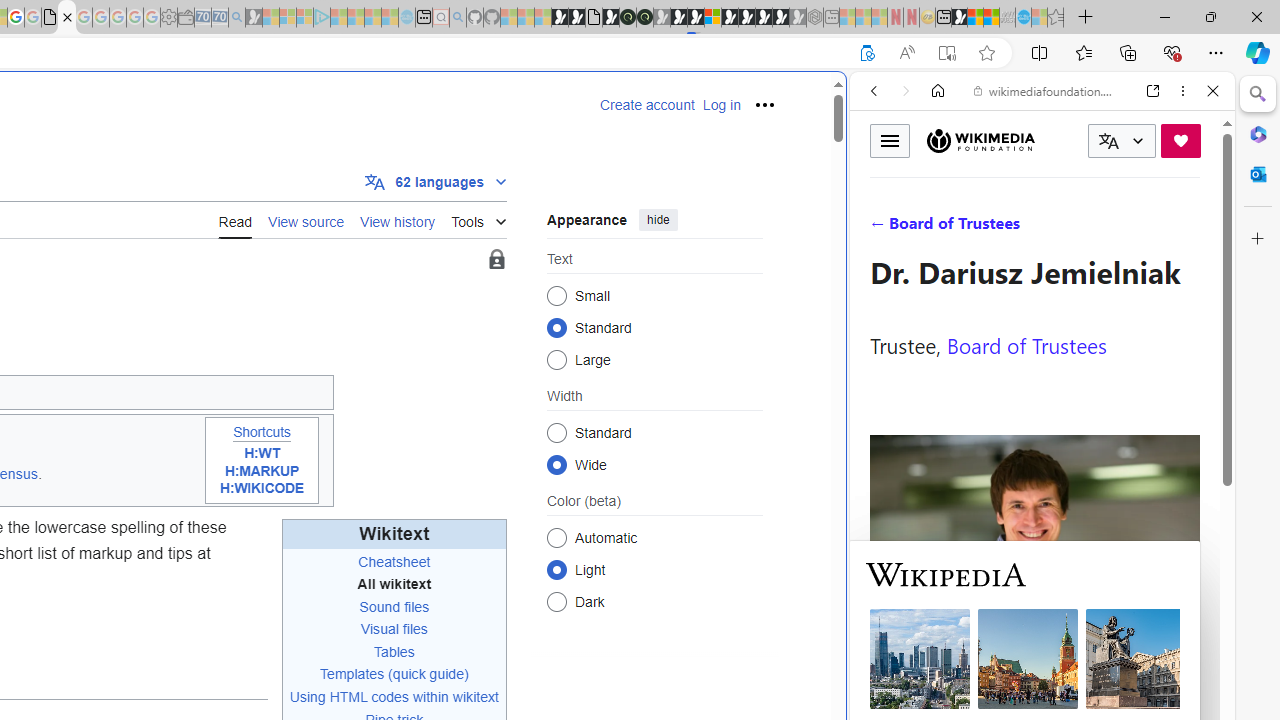  What do you see at coordinates (394, 695) in the screenshot?
I see `'Using HTML codes within wikitext'` at bounding box center [394, 695].